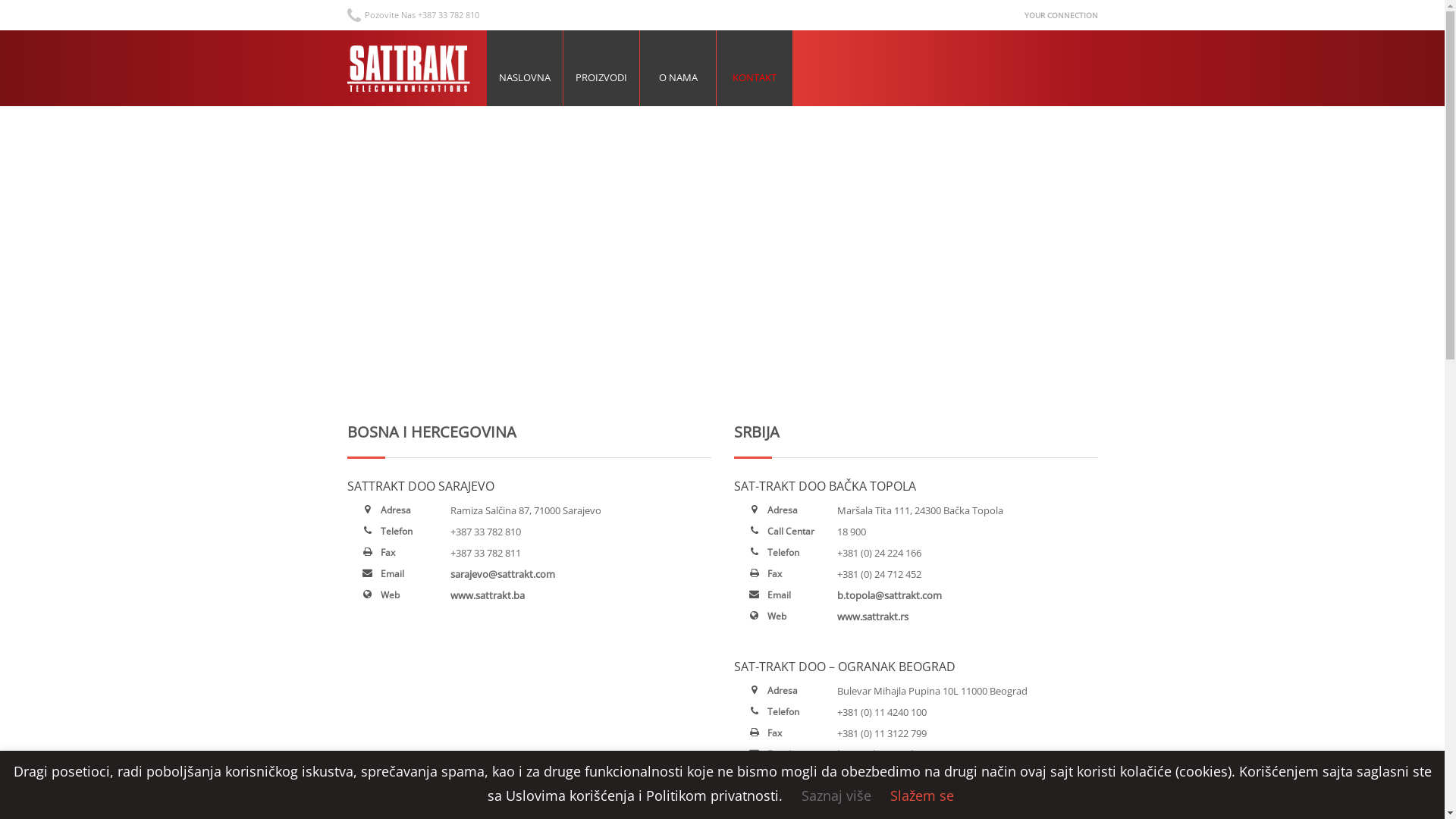 The width and height of the screenshot is (1456, 819). I want to click on 'PROIZVODI', so click(600, 67).